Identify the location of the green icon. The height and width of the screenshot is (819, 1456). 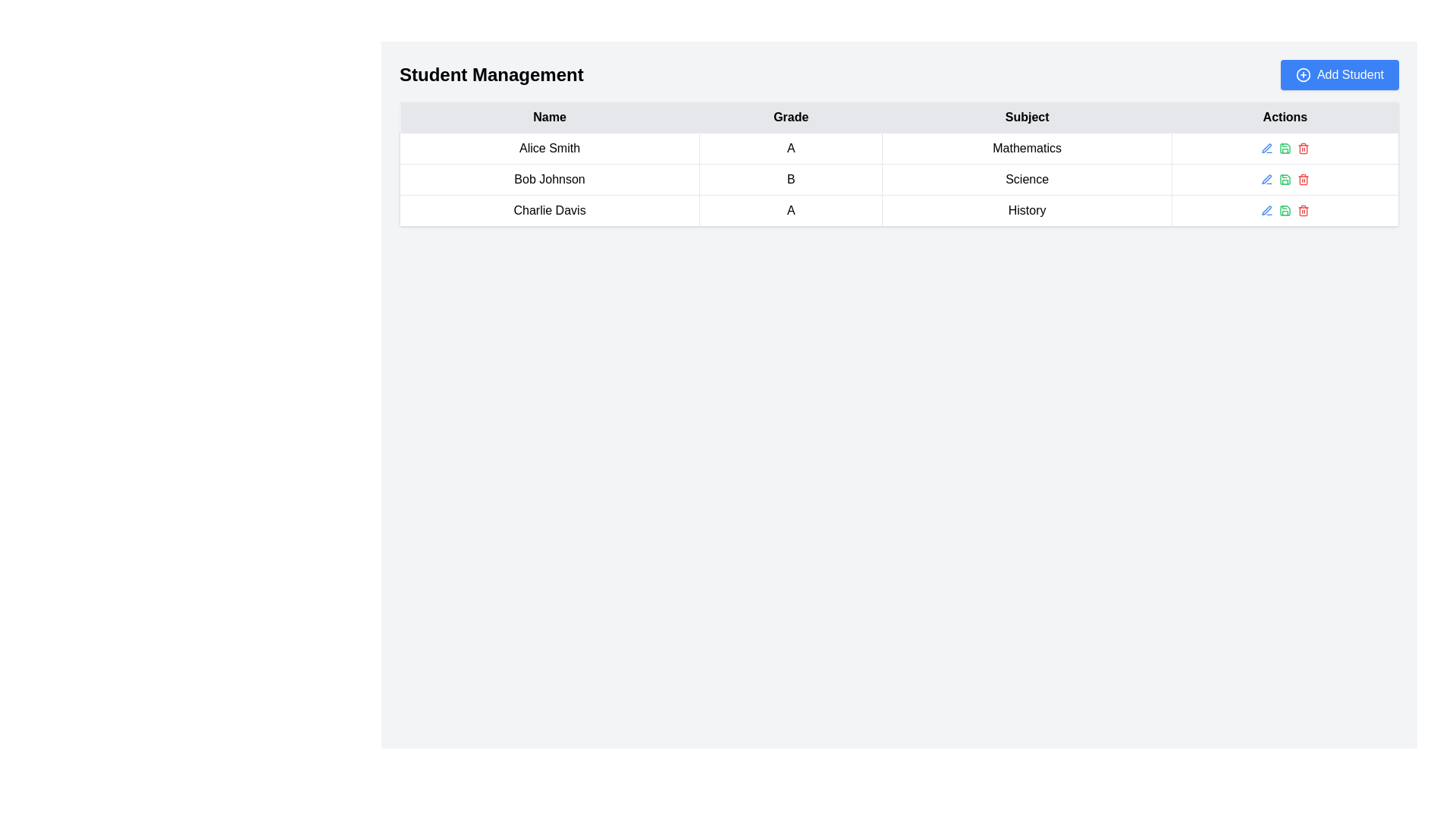
(1284, 178).